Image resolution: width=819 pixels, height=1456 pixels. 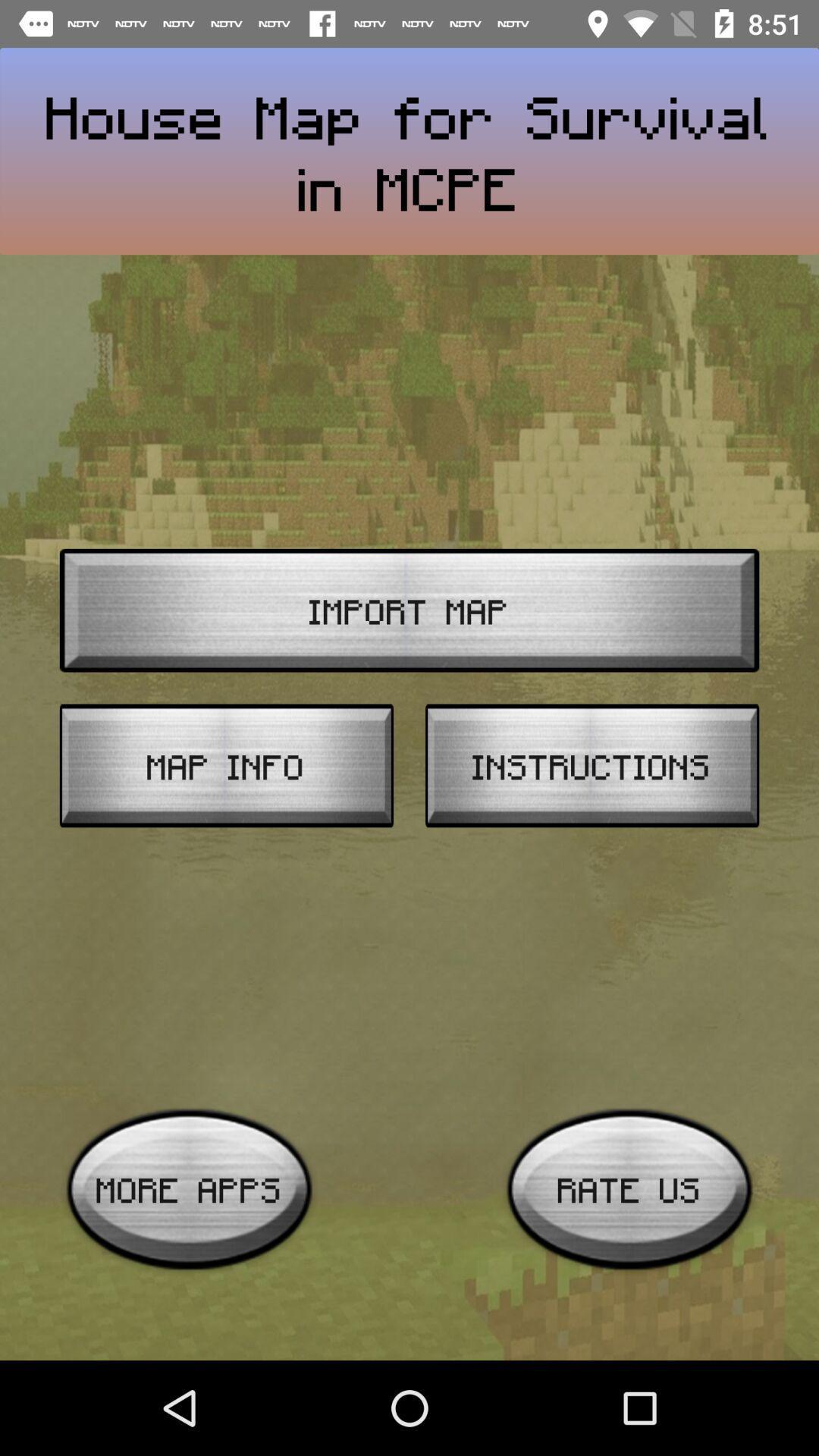 What do you see at coordinates (409, 610) in the screenshot?
I see `the item below house map for item` at bounding box center [409, 610].